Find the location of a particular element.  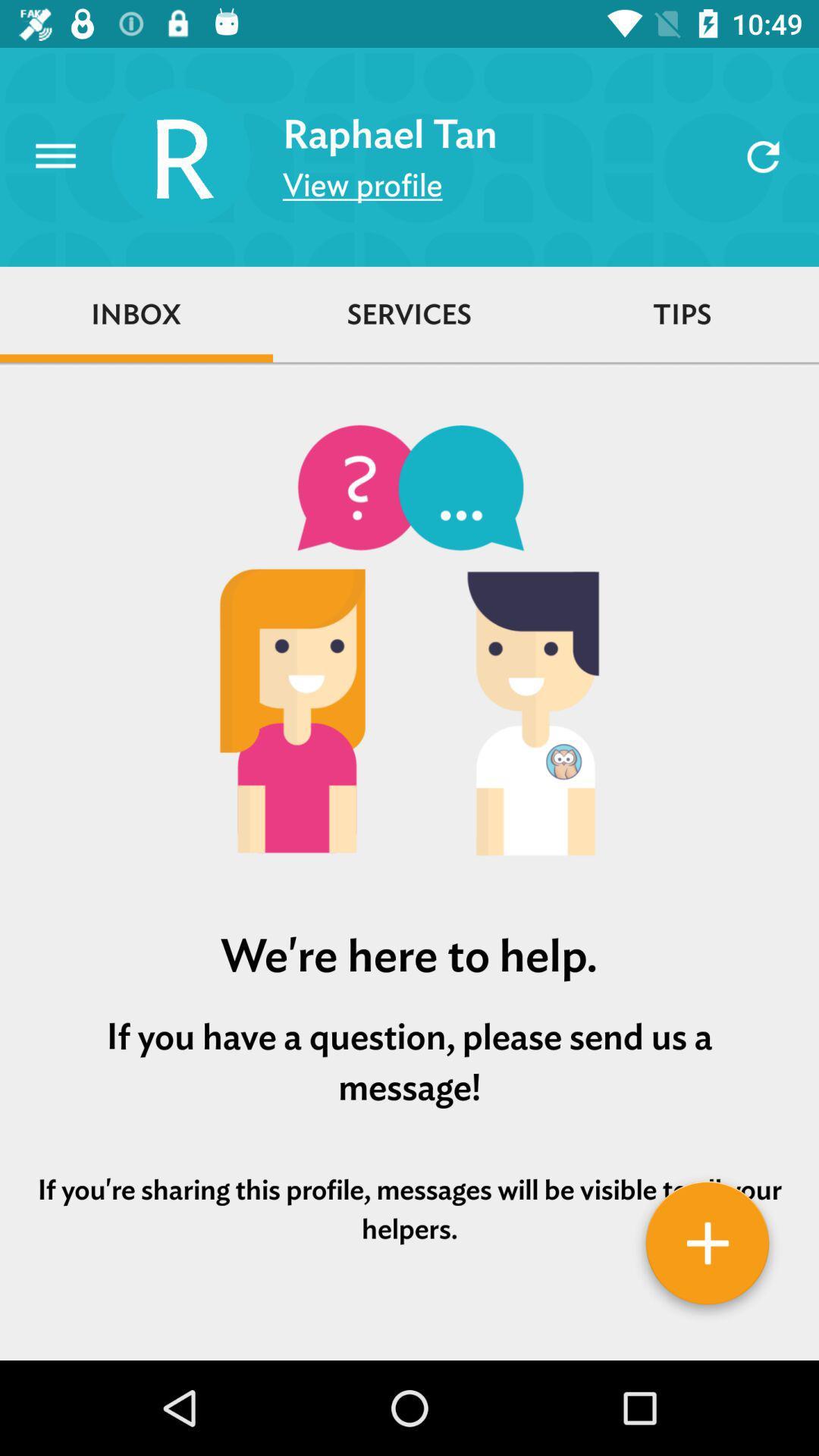

the refresh icon is located at coordinates (763, 156).